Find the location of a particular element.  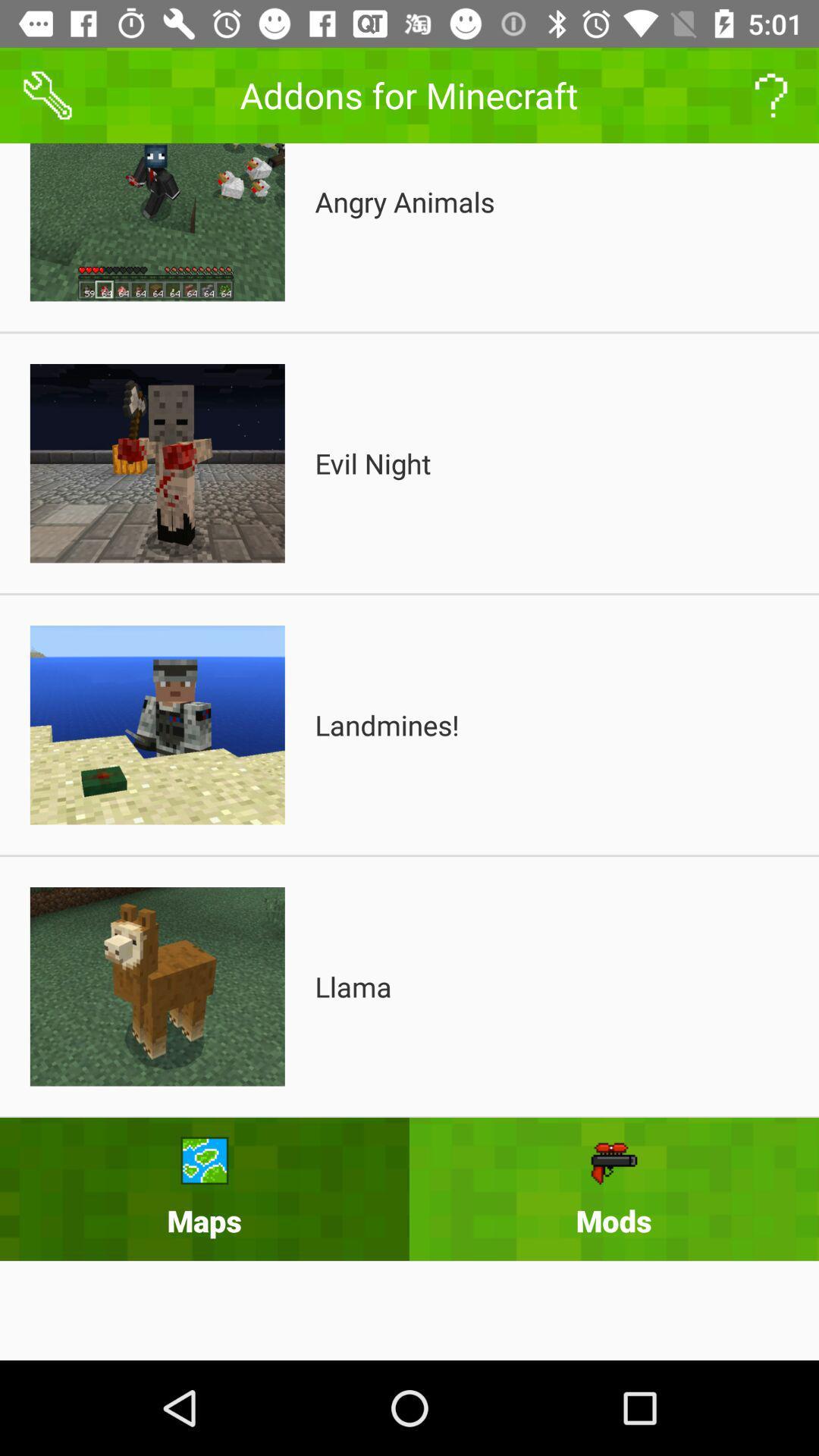

llama icon is located at coordinates (353, 987).